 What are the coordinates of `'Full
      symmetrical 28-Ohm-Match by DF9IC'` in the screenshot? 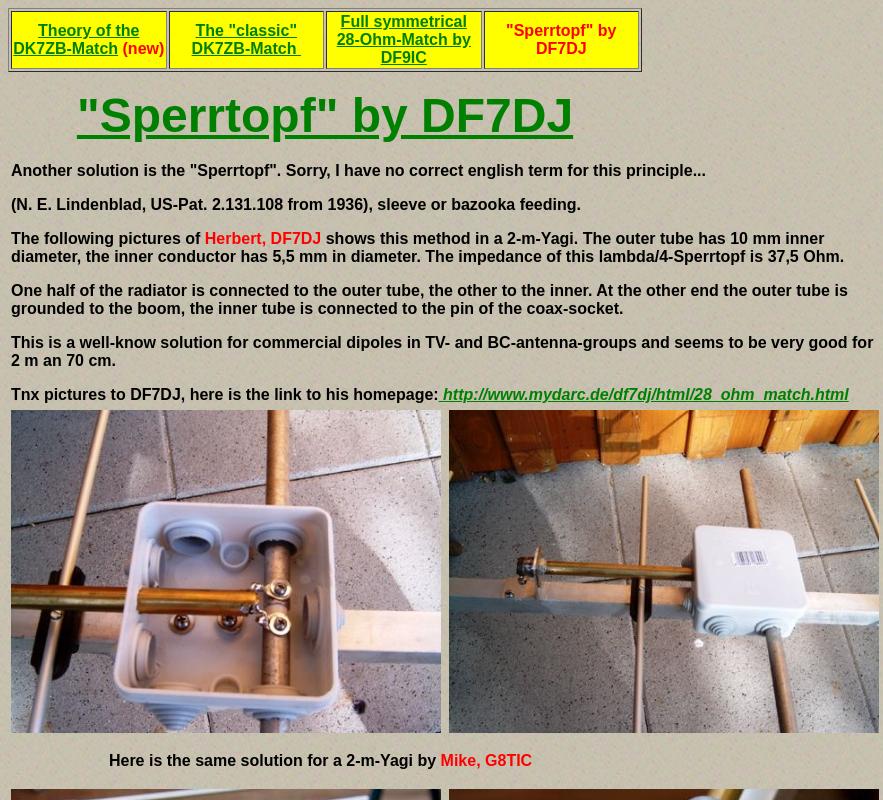 It's located at (334, 38).